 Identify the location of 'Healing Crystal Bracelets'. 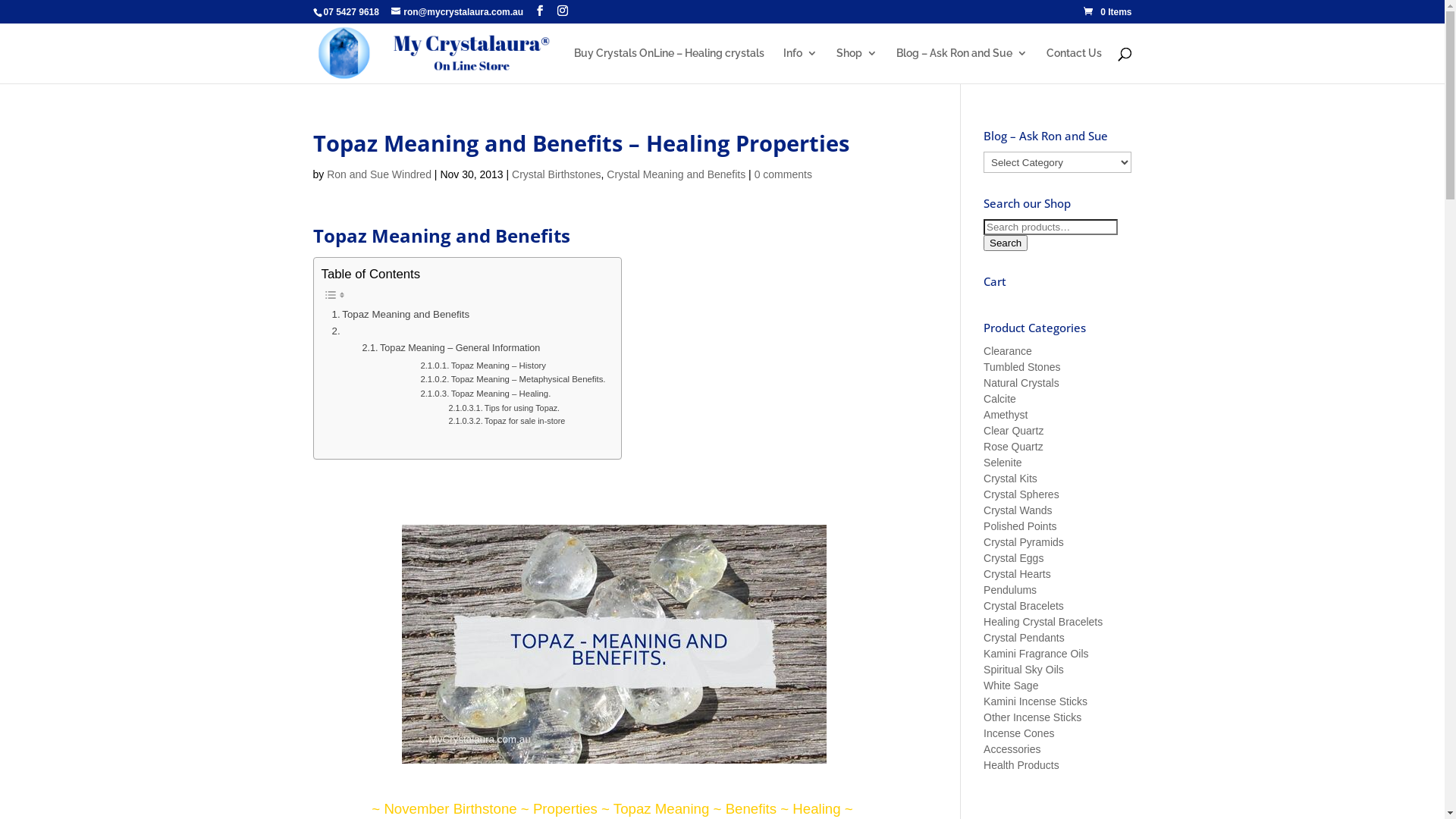
(1042, 622).